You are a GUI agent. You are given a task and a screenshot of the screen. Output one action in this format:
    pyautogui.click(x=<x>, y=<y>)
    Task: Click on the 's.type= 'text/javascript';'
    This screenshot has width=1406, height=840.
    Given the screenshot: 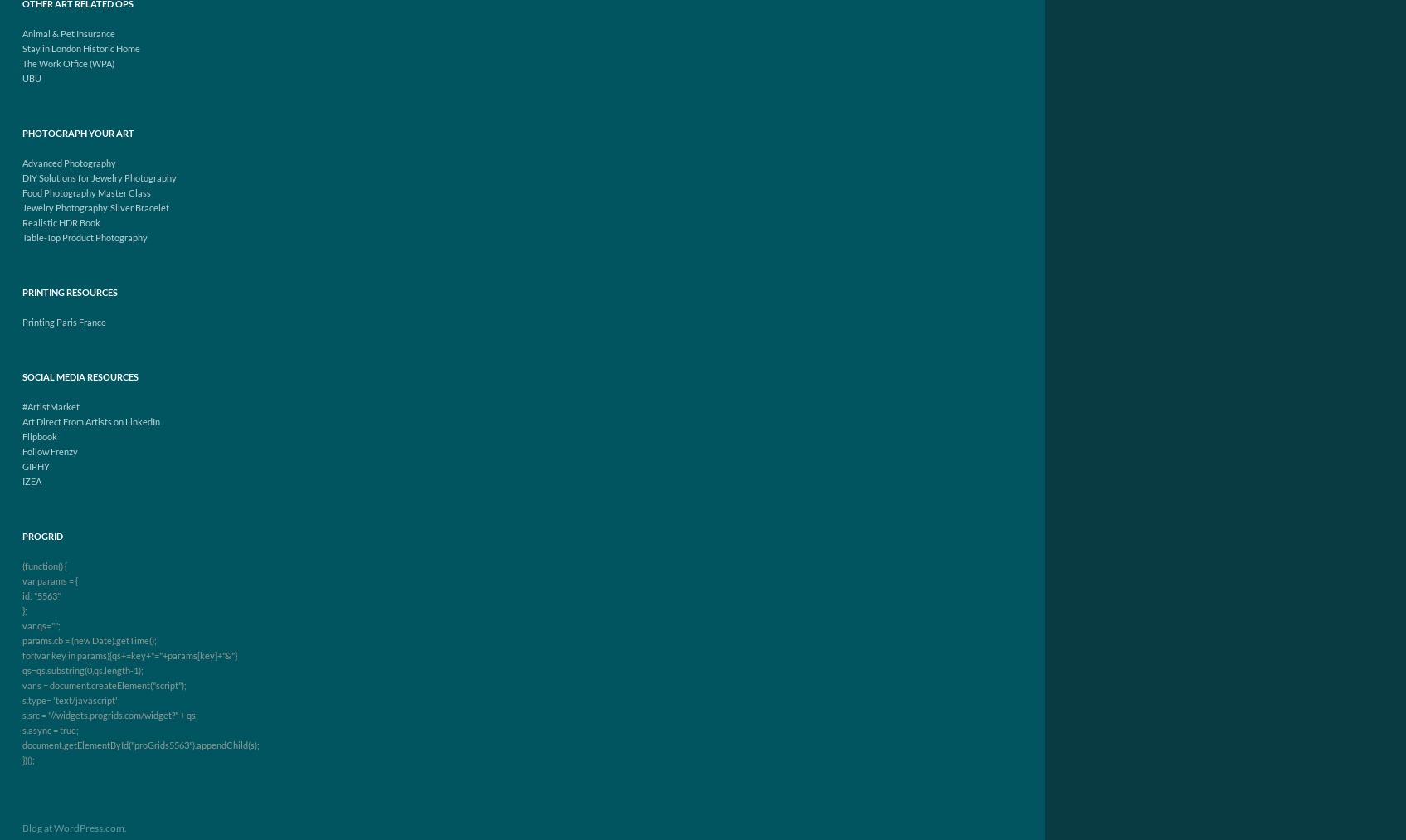 What is the action you would take?
    pyautogui.click(x=22, y=699)
    